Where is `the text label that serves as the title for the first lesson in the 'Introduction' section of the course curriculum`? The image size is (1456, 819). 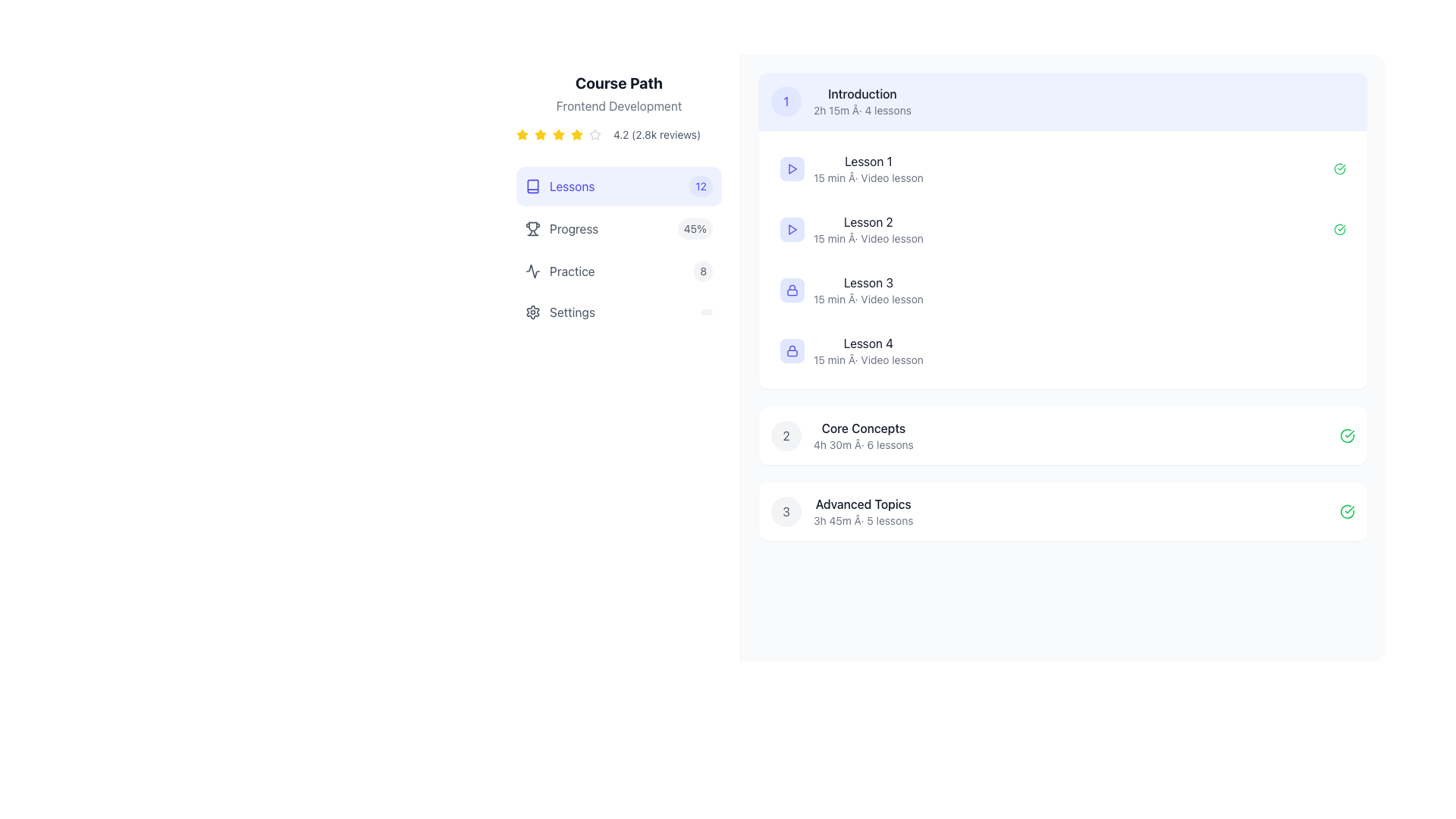 the text label that serves as the title for the first lesson in the 'Introduction' section of the course curriculum is located at coordinates (868, 161).